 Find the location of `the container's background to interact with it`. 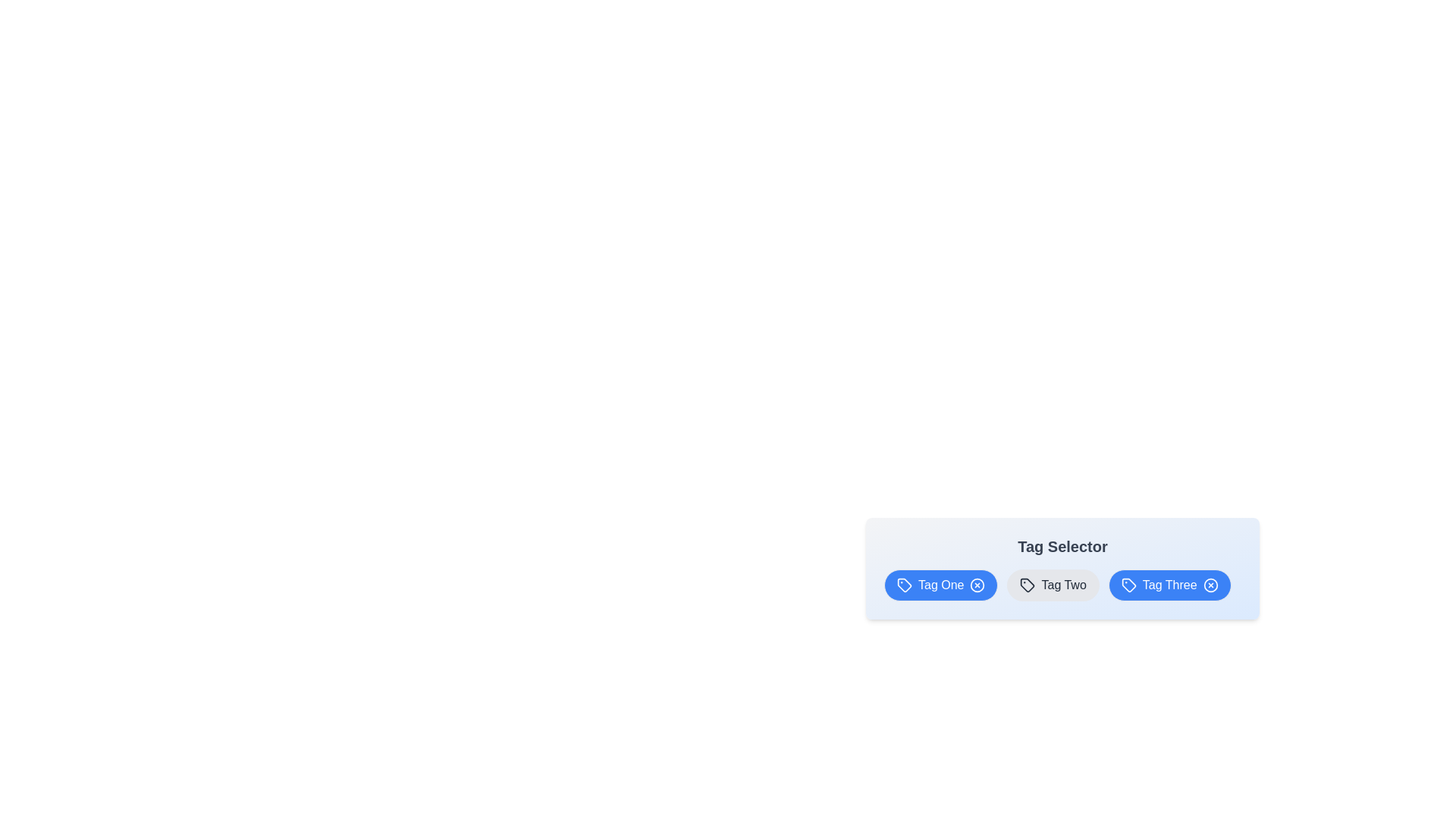

the container's background to interact with it is located at coordinates (1062, 568).